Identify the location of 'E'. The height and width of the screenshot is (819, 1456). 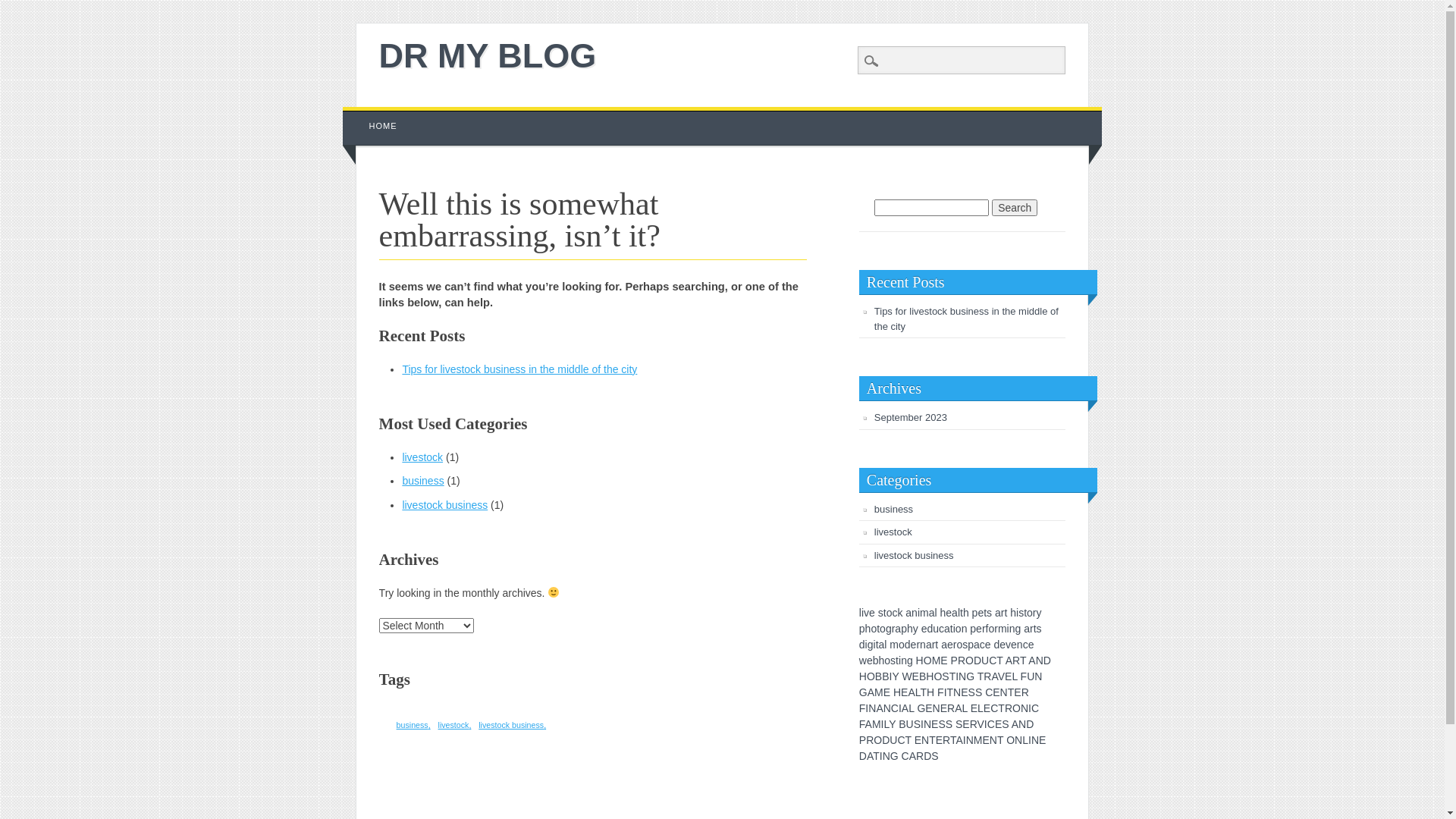
(998, 723).